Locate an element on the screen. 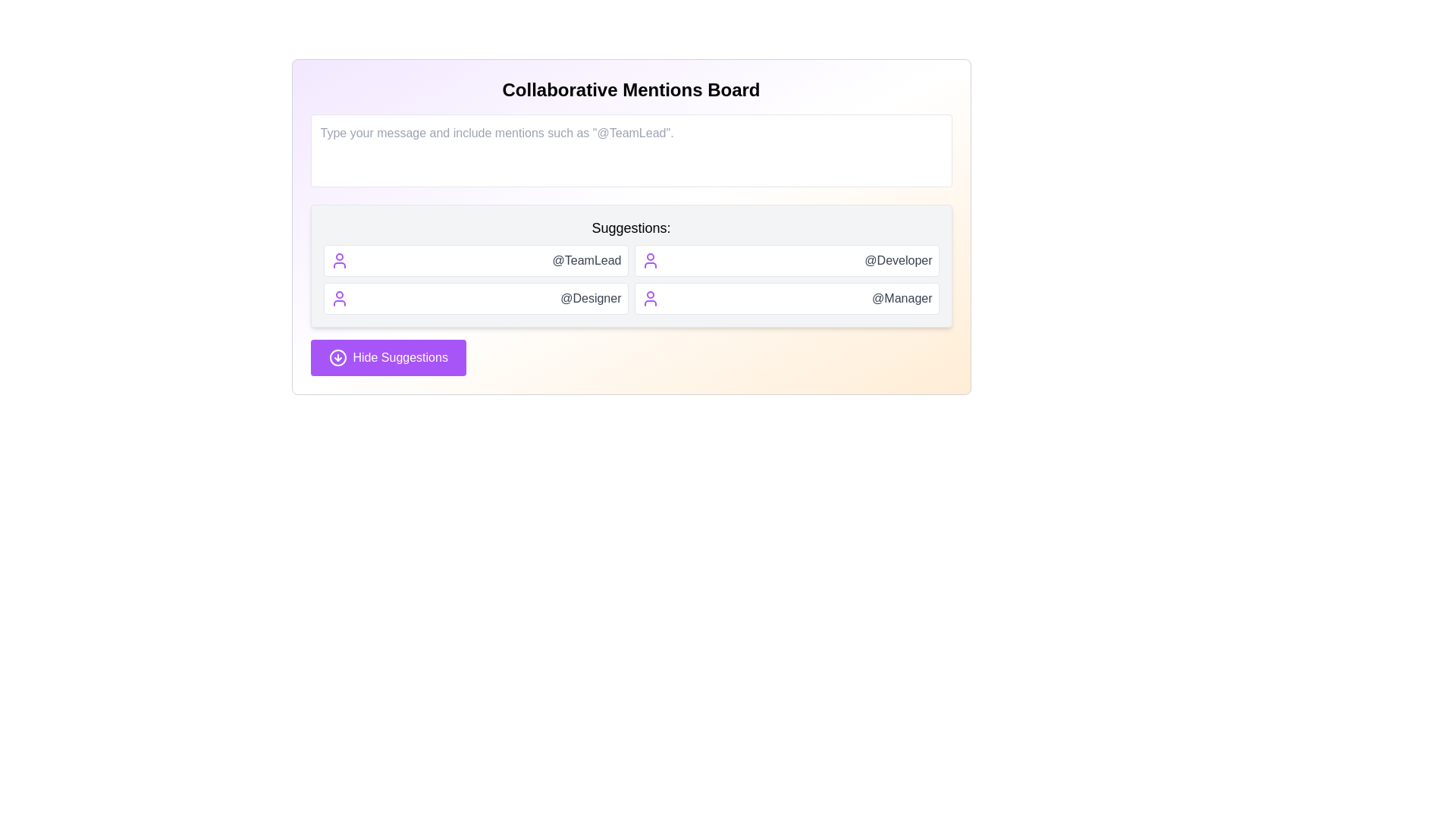 The image size is (1456, 819). the 'Suggestions:' text label, which is a bold heading centered above the suggestions grid is located at coordinates (631, 227).